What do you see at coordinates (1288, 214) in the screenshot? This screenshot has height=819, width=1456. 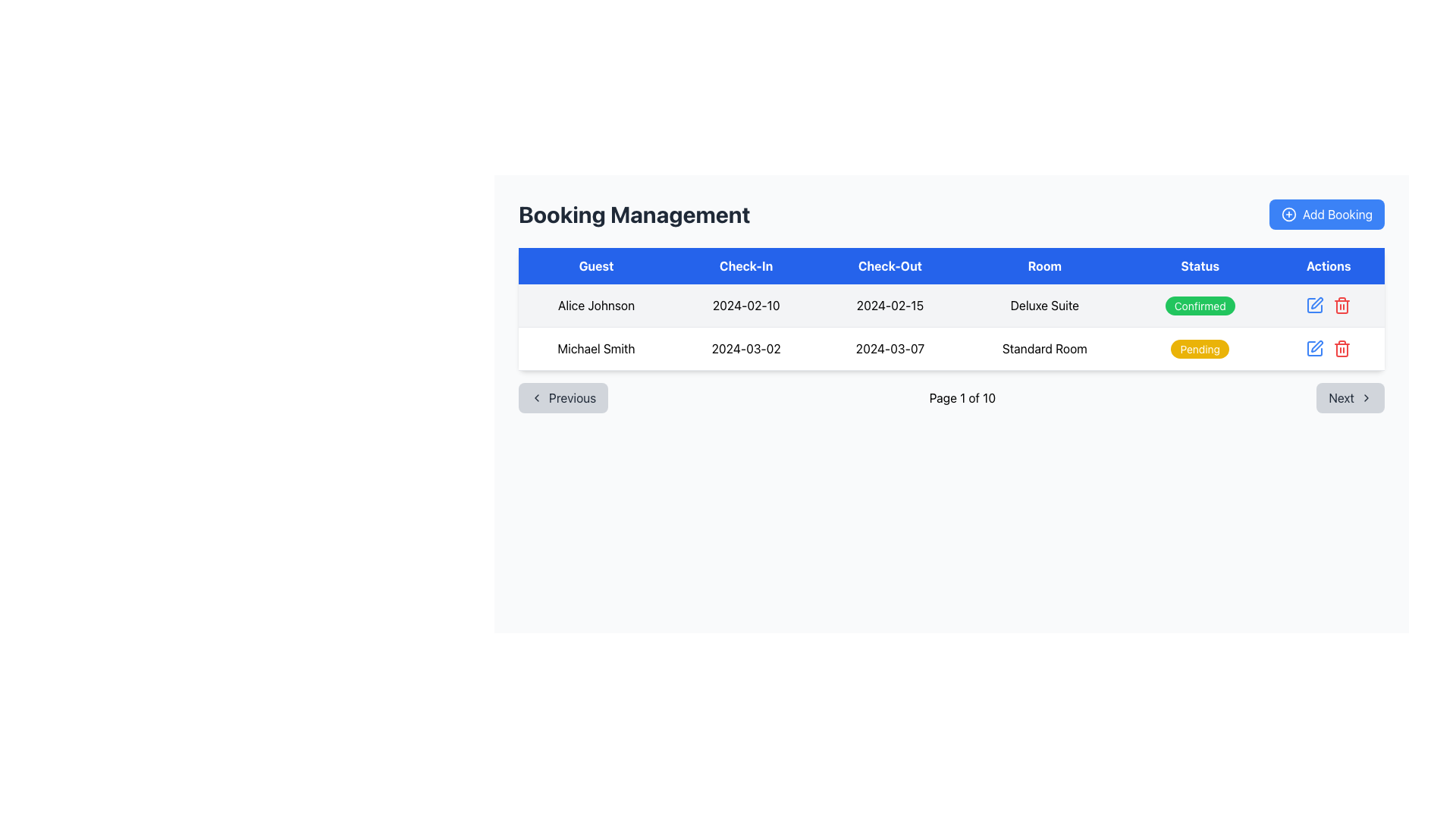 I see `the '+' icon located within the 'Add Booking' button in the top-right corner of the interface` at bounding box center [1288, 214].